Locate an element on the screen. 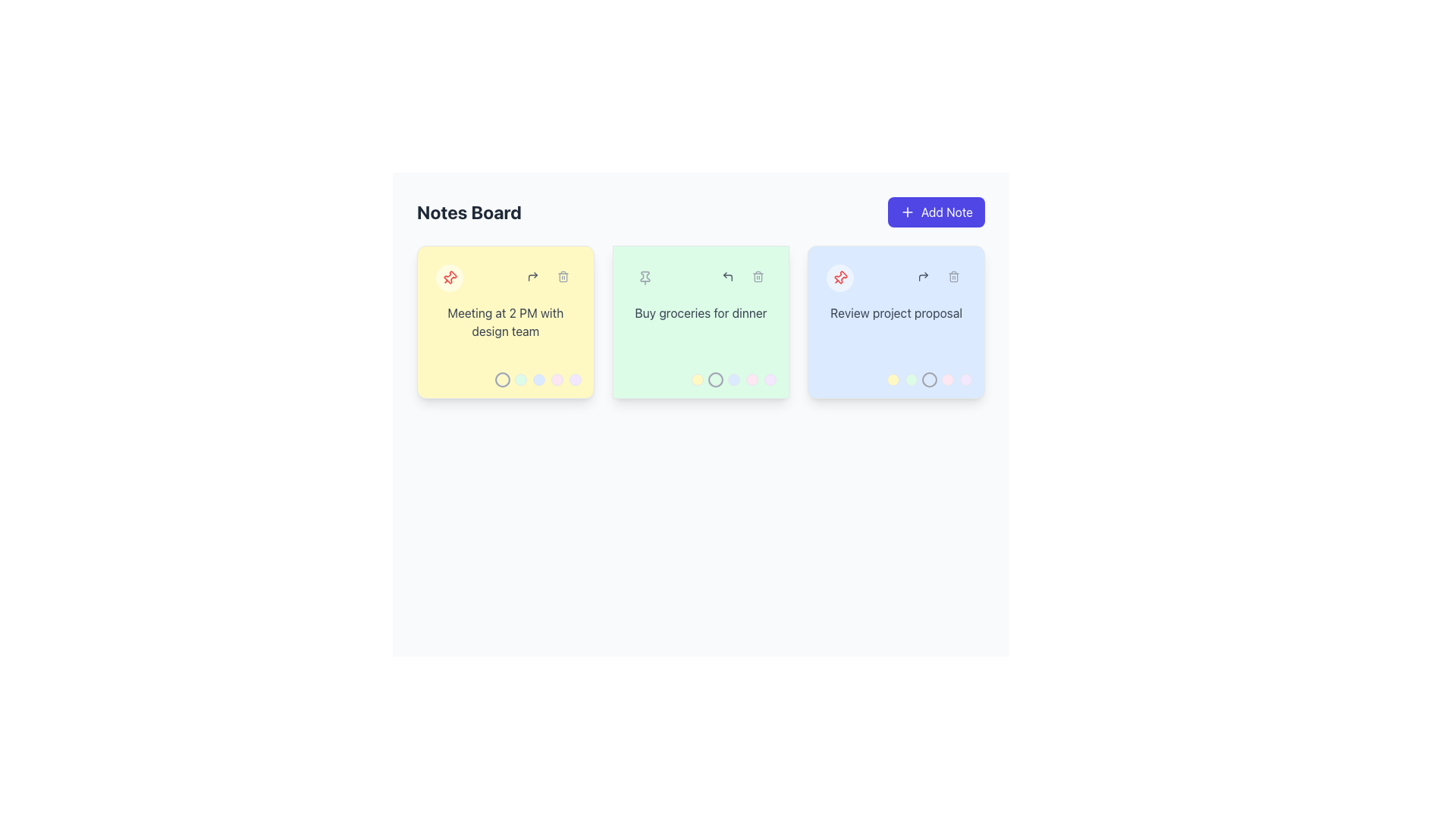 The image size is (1456, 819). the fourth circular button located at the bottom-right corner of the green card is located at coordinates (752, 379).